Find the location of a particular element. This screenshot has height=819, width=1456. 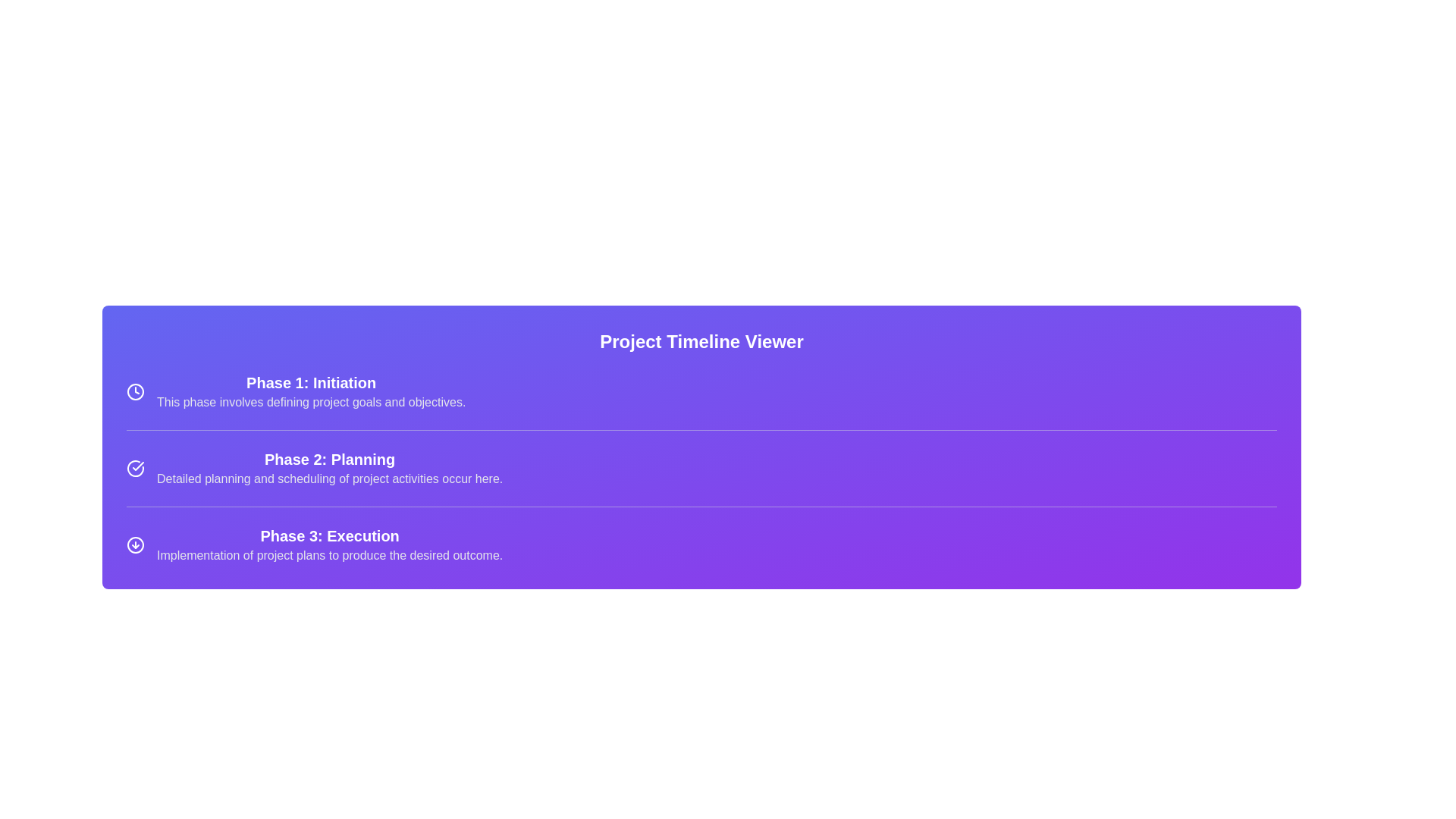

the descriptive Text label located below the 'Phase 3: Execution' title in the project timeline section is located at coordinates (329, 555).